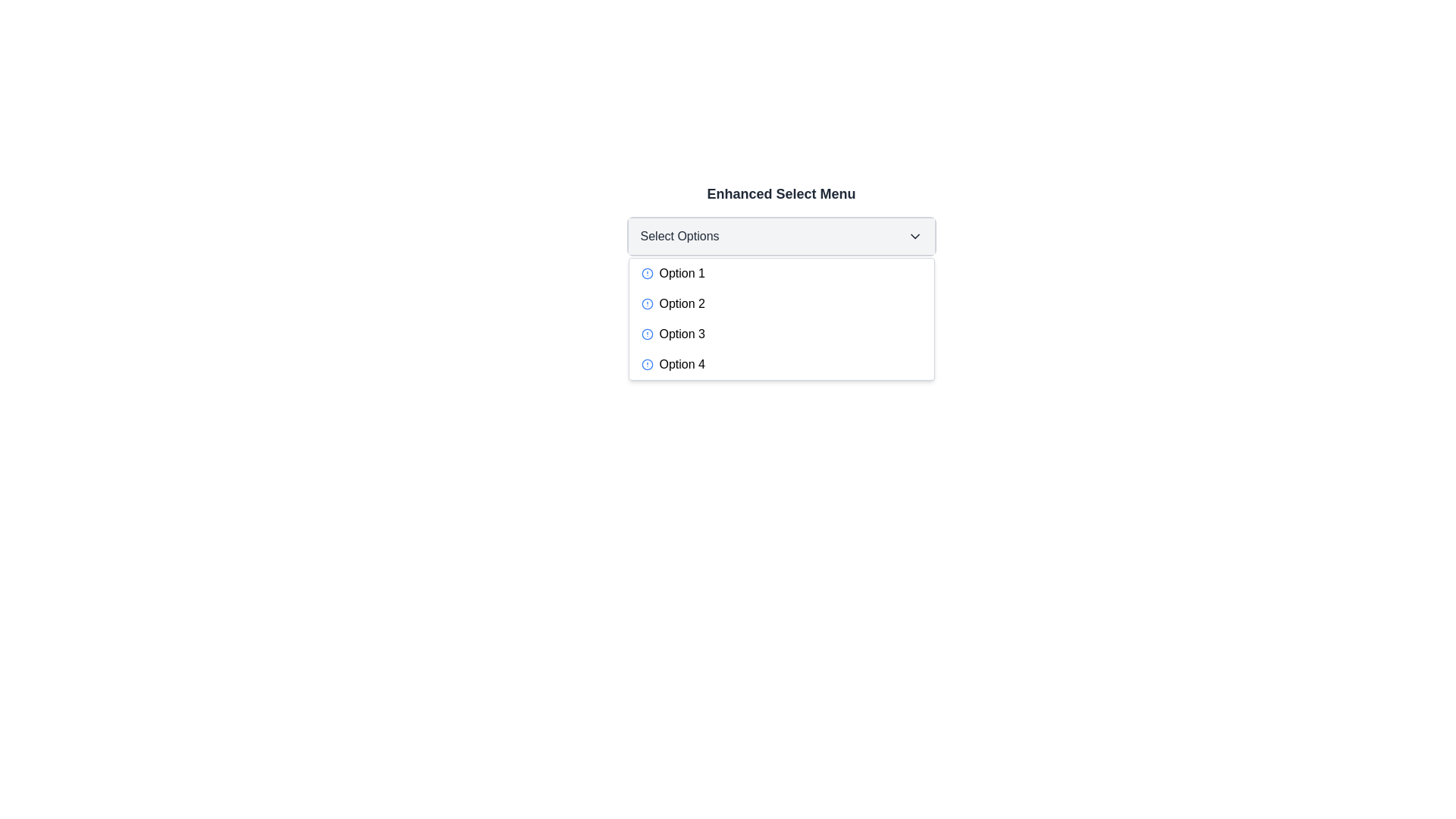 The image size is (1456, 819). I want to click on the text label for the first selectable option, so click(681, 274).